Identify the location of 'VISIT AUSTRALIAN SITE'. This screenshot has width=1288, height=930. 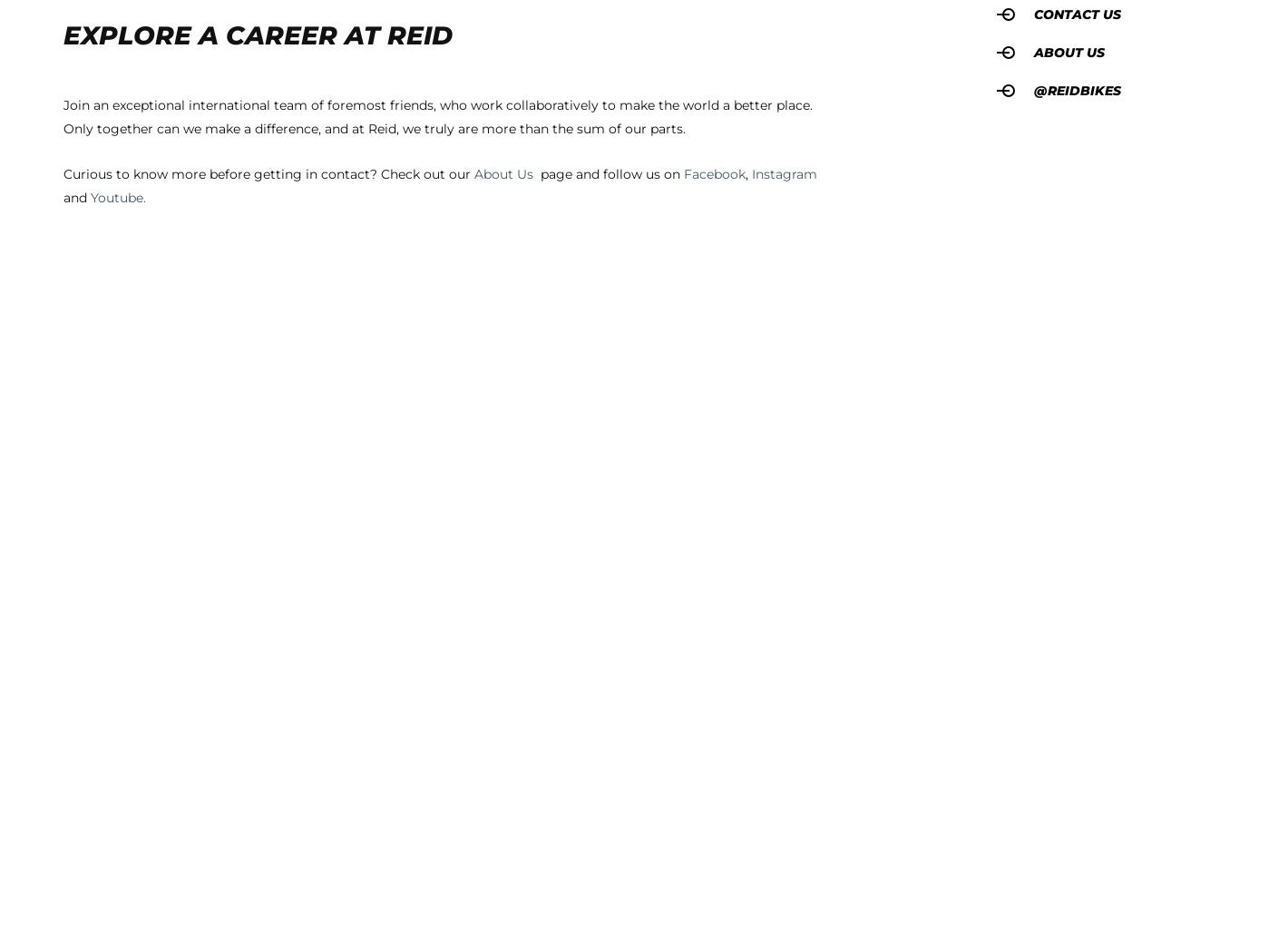
(491, 71).